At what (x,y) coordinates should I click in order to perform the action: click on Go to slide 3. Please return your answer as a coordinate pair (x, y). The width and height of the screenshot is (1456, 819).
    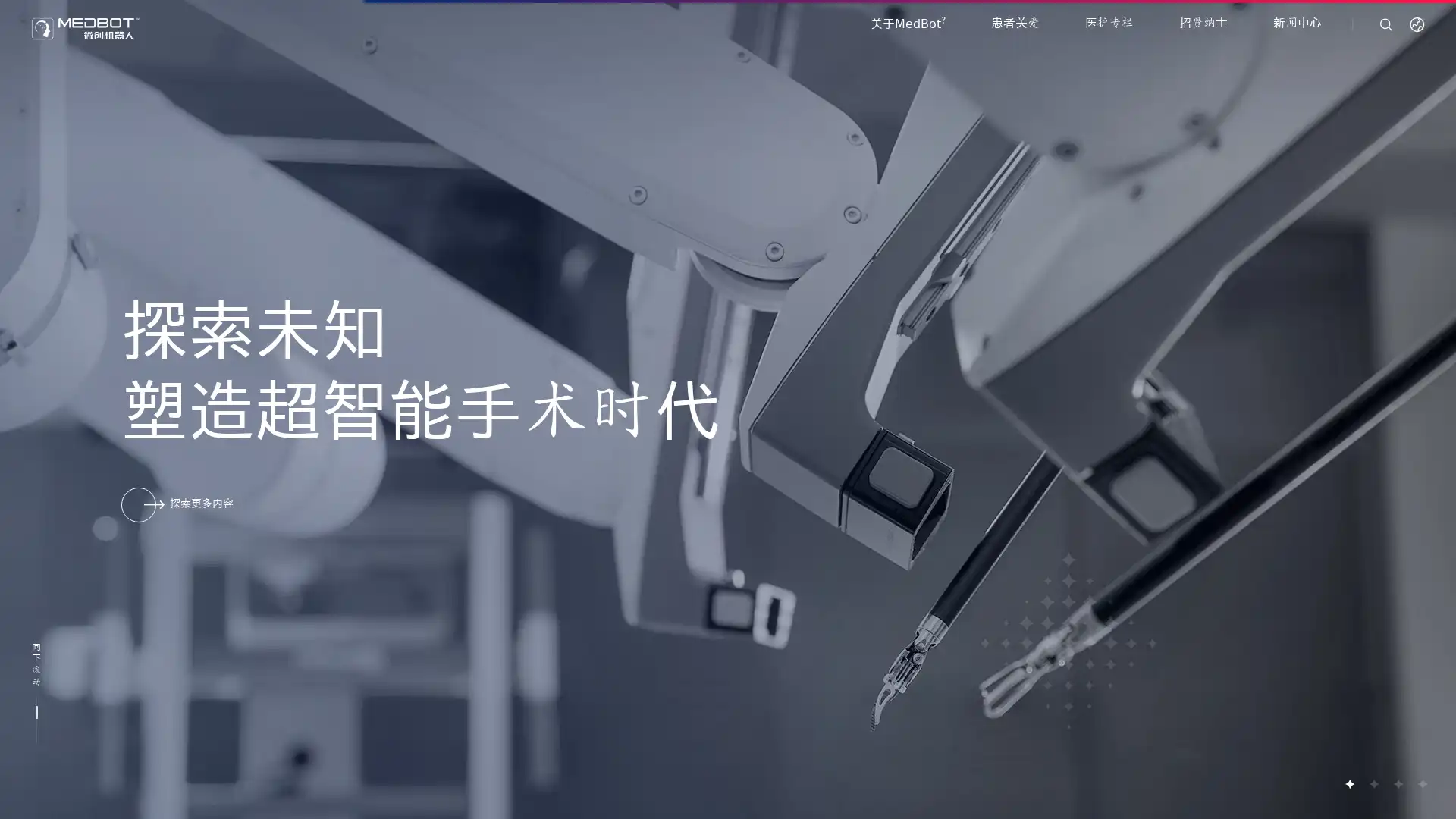
    Looking at the image, I should click on (1397, 783).